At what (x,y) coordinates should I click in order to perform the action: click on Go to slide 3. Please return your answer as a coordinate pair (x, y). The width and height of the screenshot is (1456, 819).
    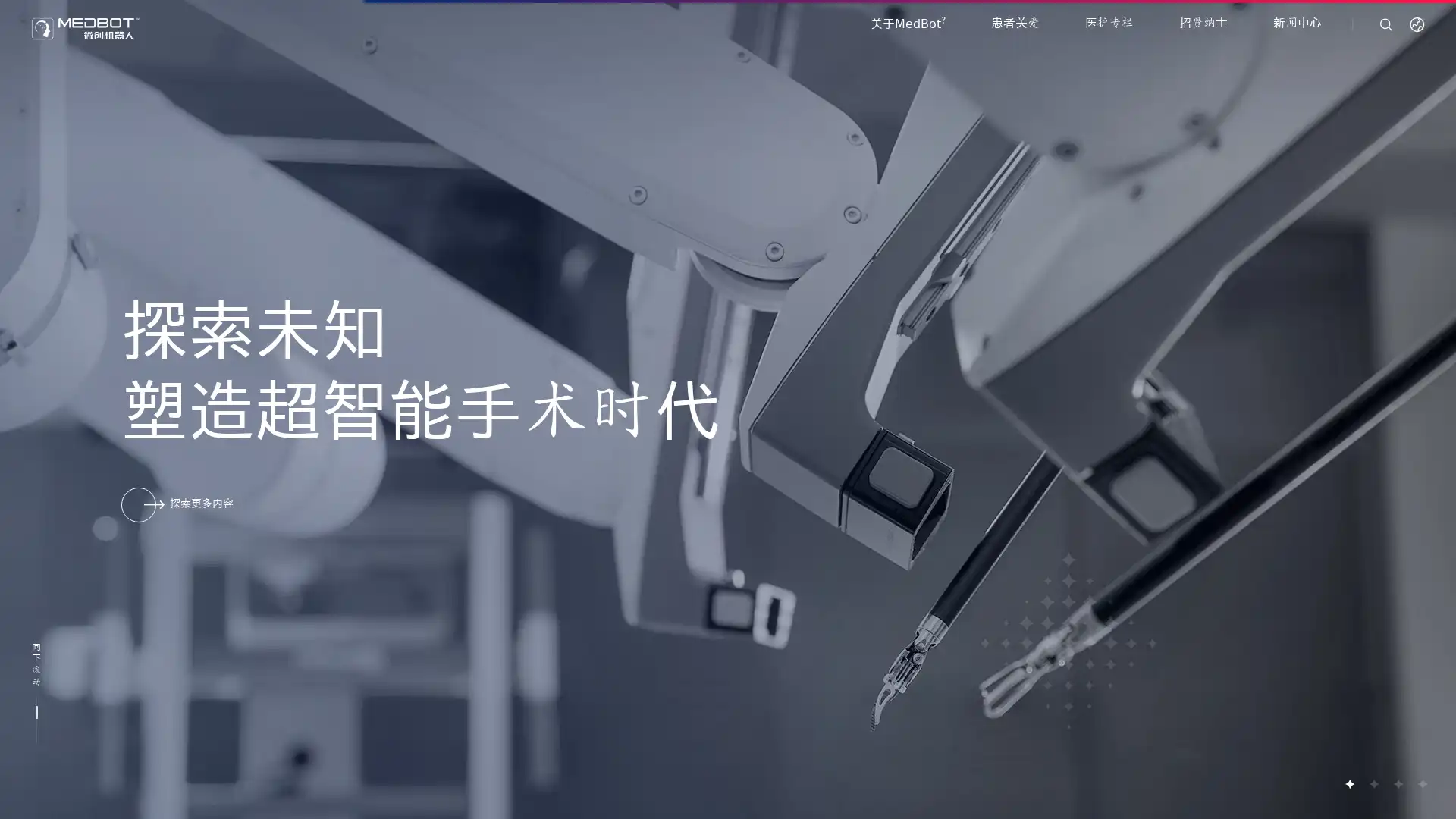
    Looking at the image, I should click on (1397, 783).